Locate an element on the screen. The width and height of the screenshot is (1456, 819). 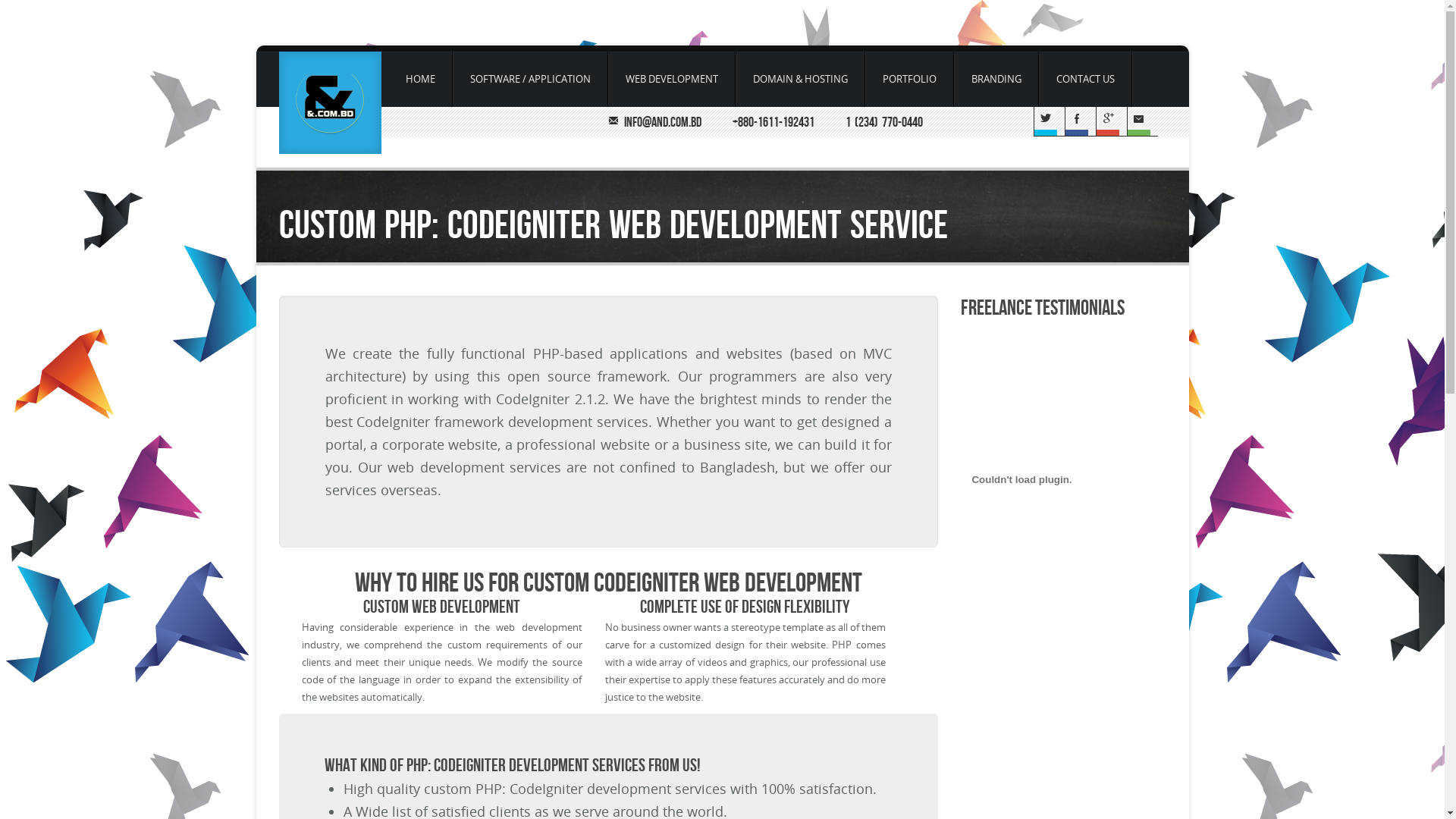
'DOMAIN & HOSTING' is located at coordinates (799, 79).